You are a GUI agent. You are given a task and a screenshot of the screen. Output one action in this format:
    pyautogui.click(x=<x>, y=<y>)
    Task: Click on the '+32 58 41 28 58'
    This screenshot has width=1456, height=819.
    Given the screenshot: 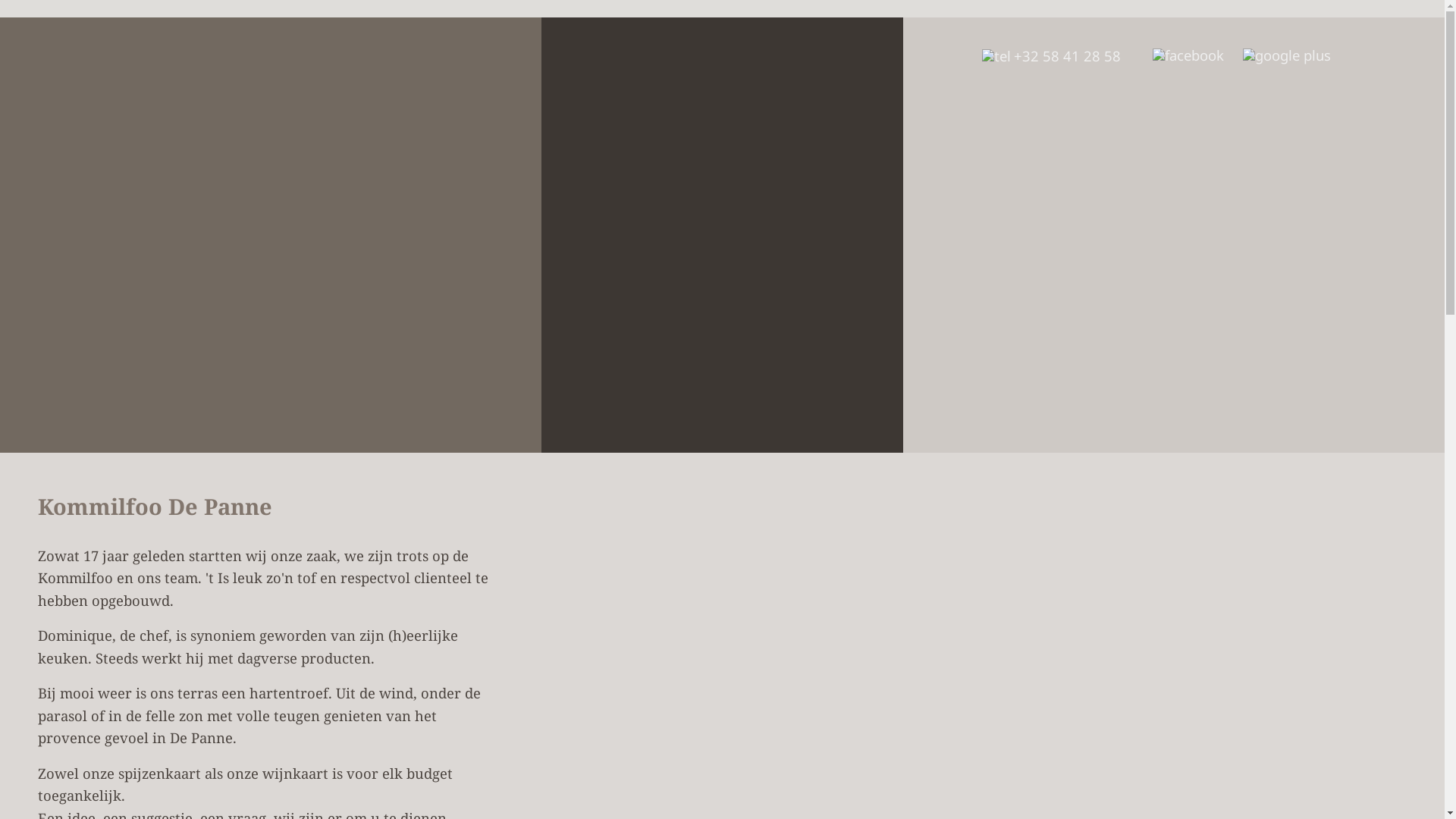 What is the action you would take?
    pyautogui.click(x=1050, y=55)
    